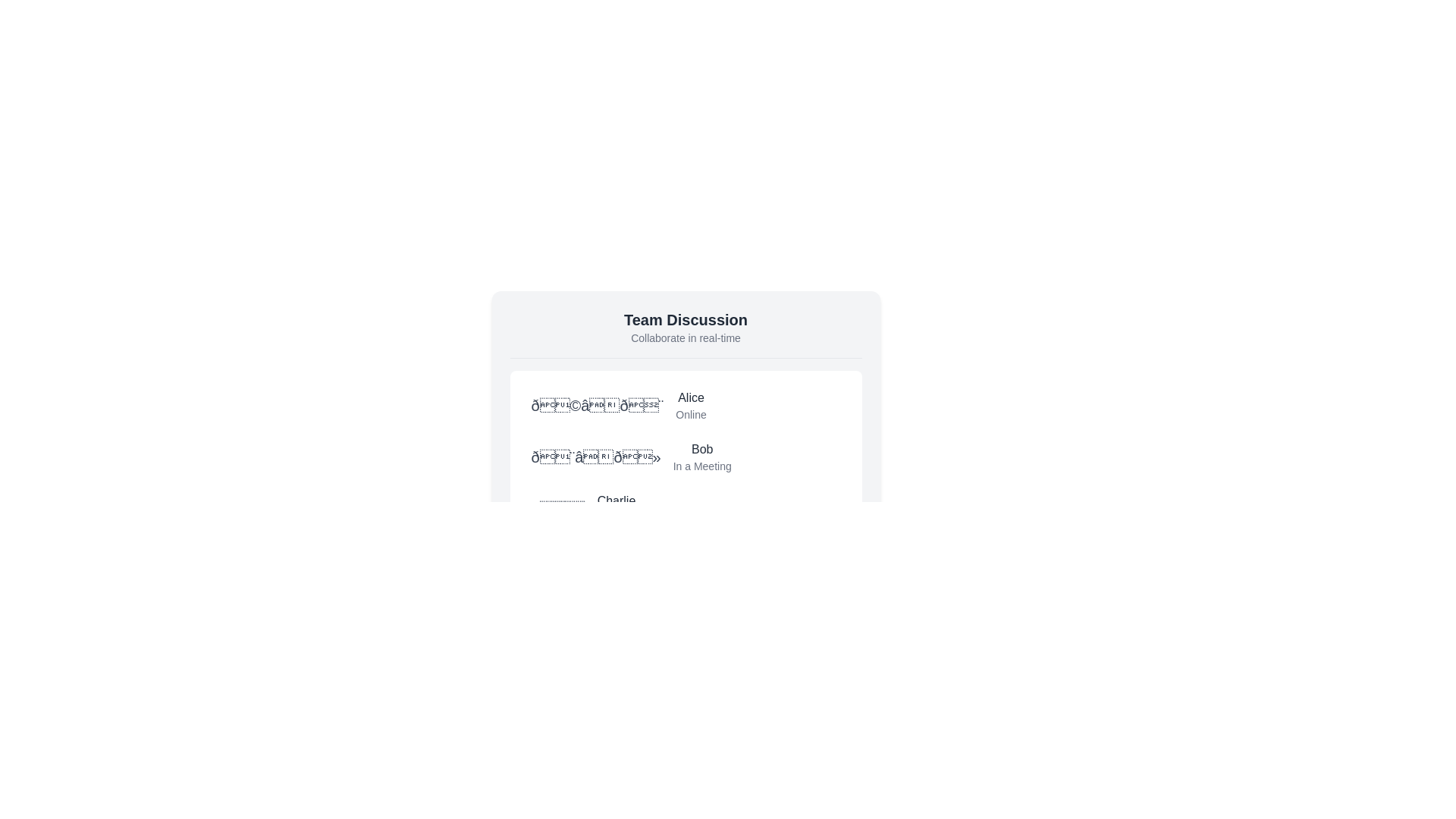  What do you see at coordinates (616, 509) in the screenshot?
I see `the text display element that shows 'Charlie' in bold gray font` at bounding box center [616, 509].